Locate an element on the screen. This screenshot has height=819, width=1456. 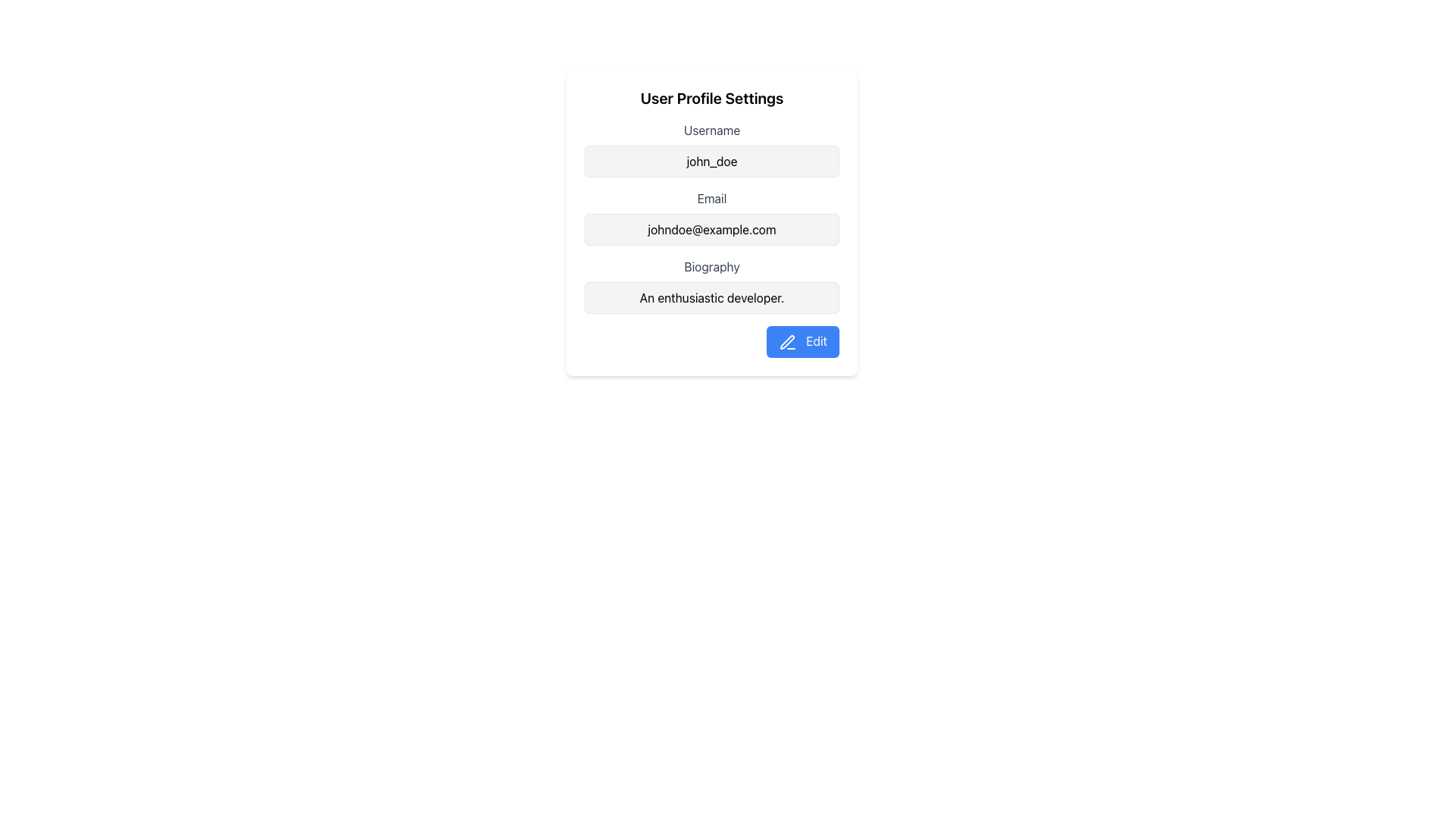
the 'Biography' text label, which is styled in gray and positioned above the descriptive text under 'User Profile Settings' is located at coordinates (711, 265).